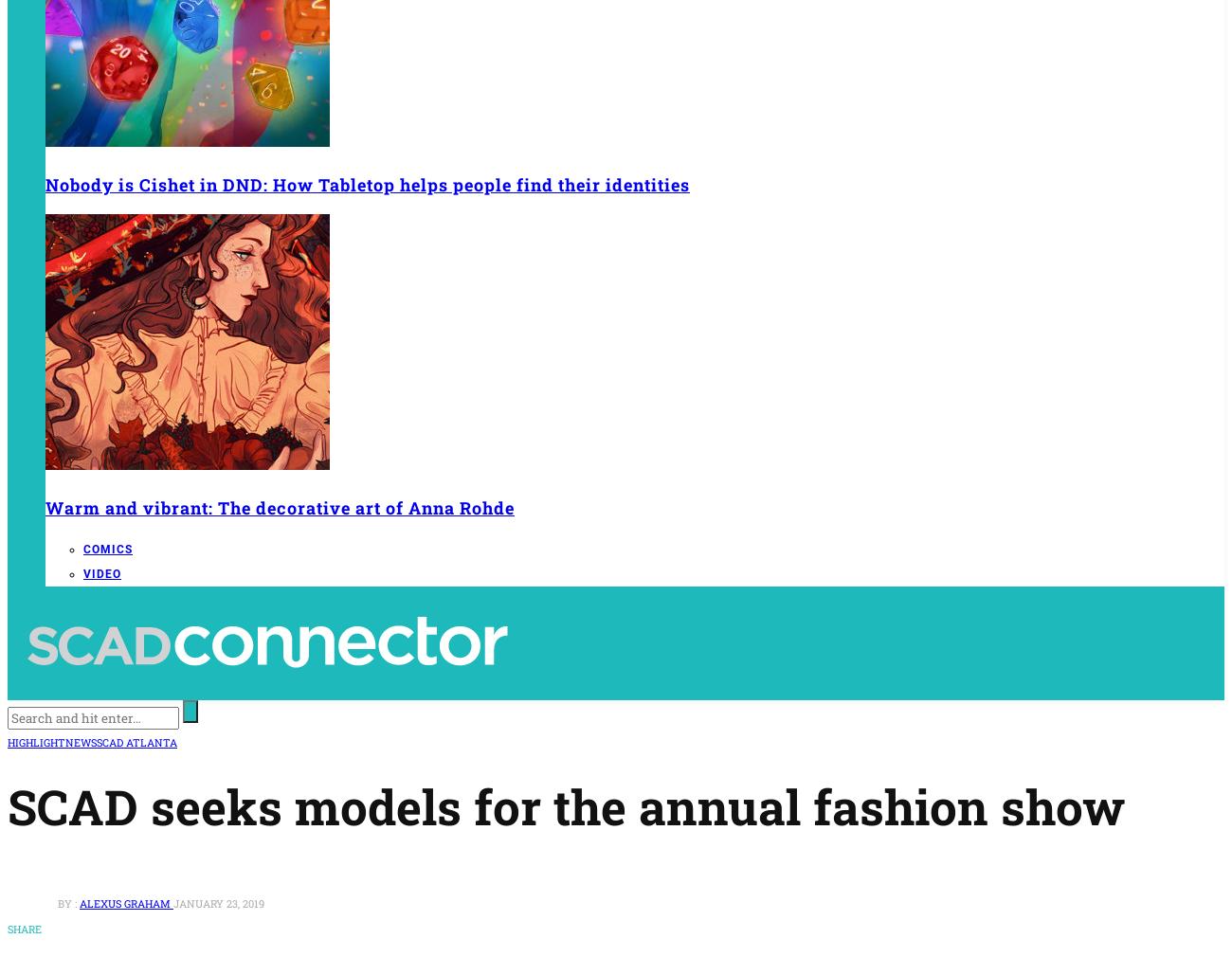 This screenshot has width=1232, height=975. I want to click on 'by :', so click(66, 902).